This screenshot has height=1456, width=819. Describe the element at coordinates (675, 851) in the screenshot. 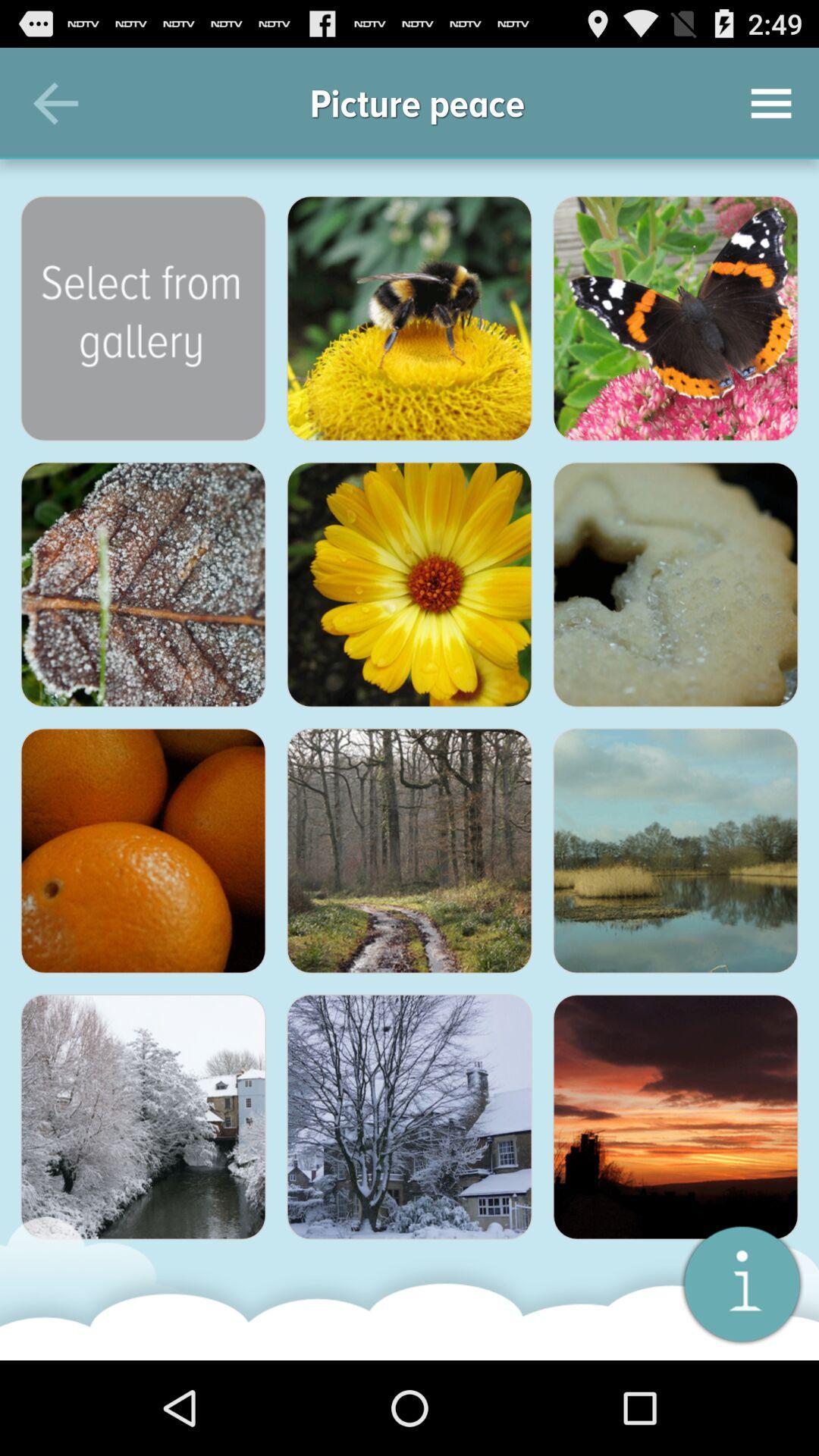

I see `to picture` at that location.